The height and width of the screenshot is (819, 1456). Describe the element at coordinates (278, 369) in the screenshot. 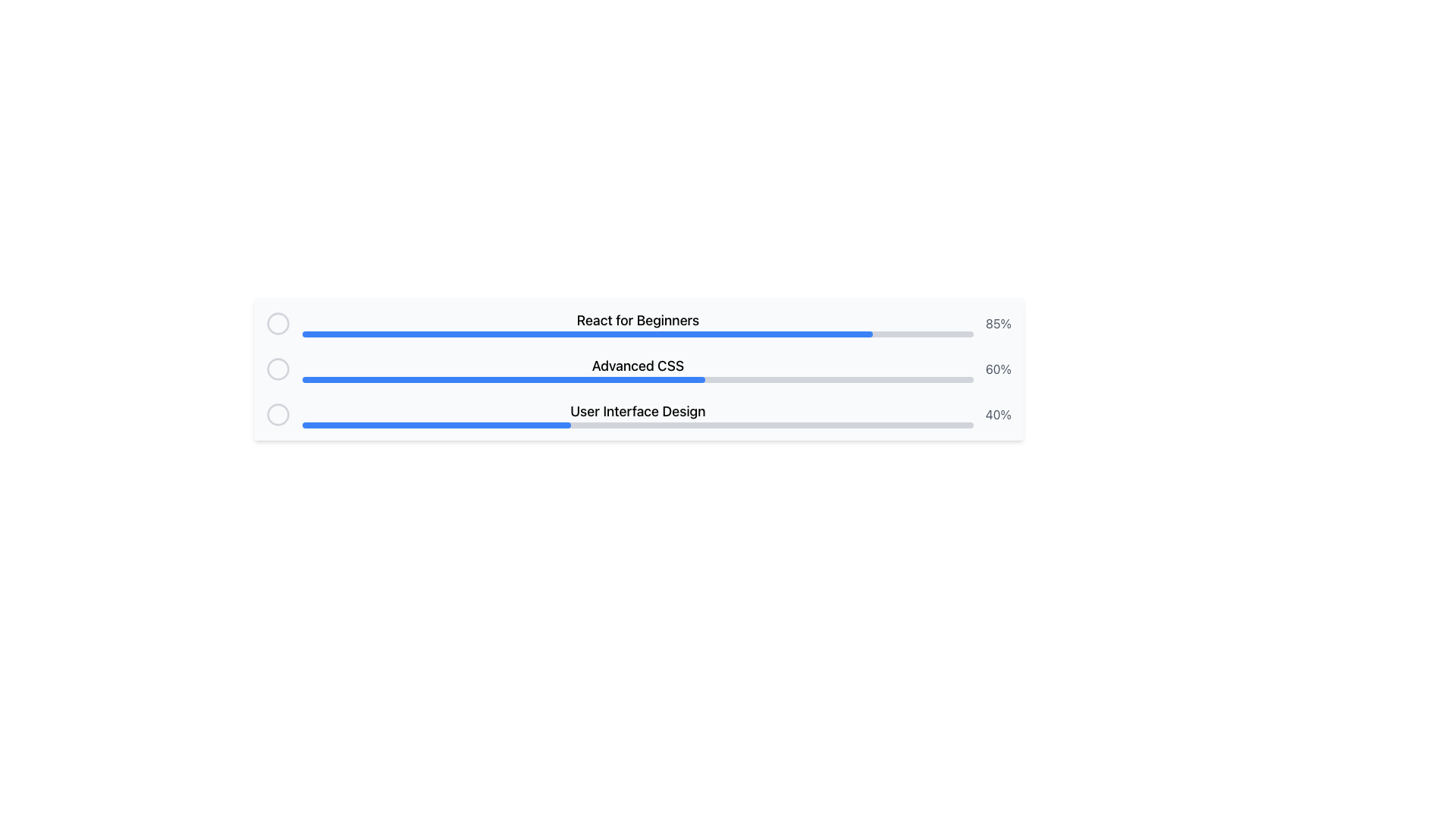

I see `the second radio button labeled 'Advanced CSS'` at that location.